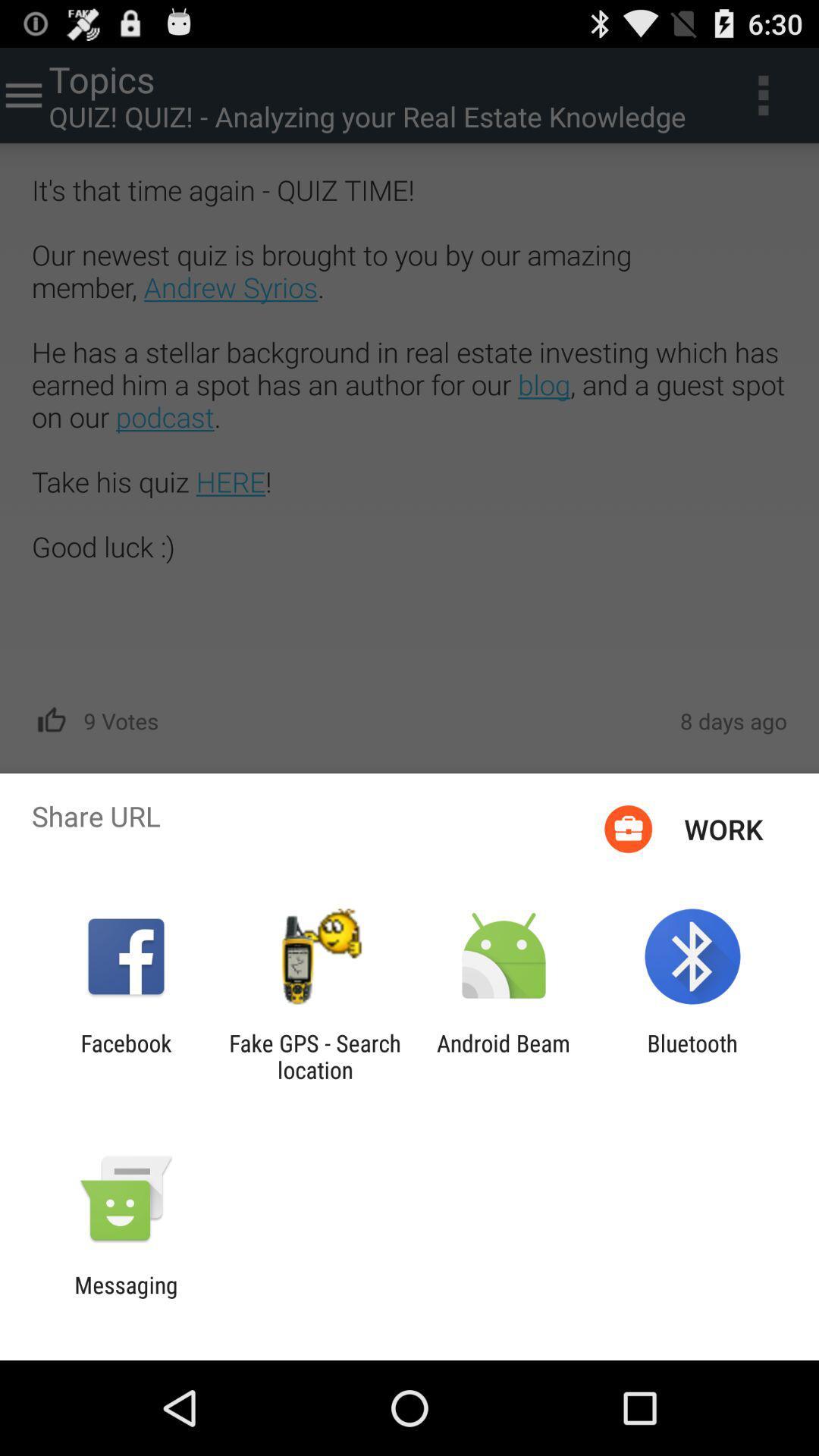 This screenshot has height=1456, width=819. Describe the element at coordinates (692, 1056) in the screenshot. I see `the icon to the right of the android beam icon` at that location.